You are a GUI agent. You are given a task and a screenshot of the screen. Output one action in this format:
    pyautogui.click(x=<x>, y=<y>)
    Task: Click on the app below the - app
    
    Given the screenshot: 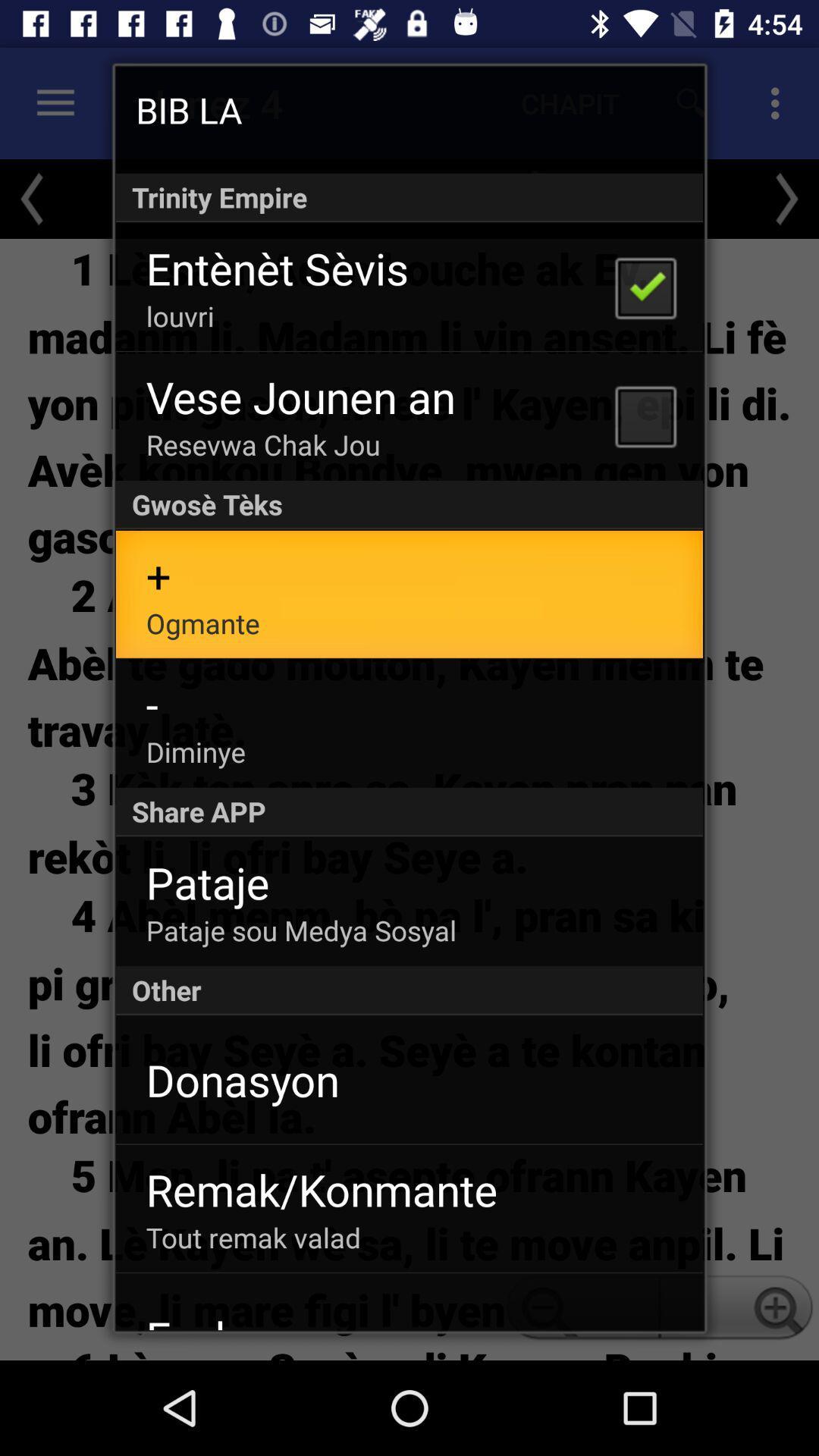 What is the action you would take?
    pyautogui.click(x=195, y=752)
    